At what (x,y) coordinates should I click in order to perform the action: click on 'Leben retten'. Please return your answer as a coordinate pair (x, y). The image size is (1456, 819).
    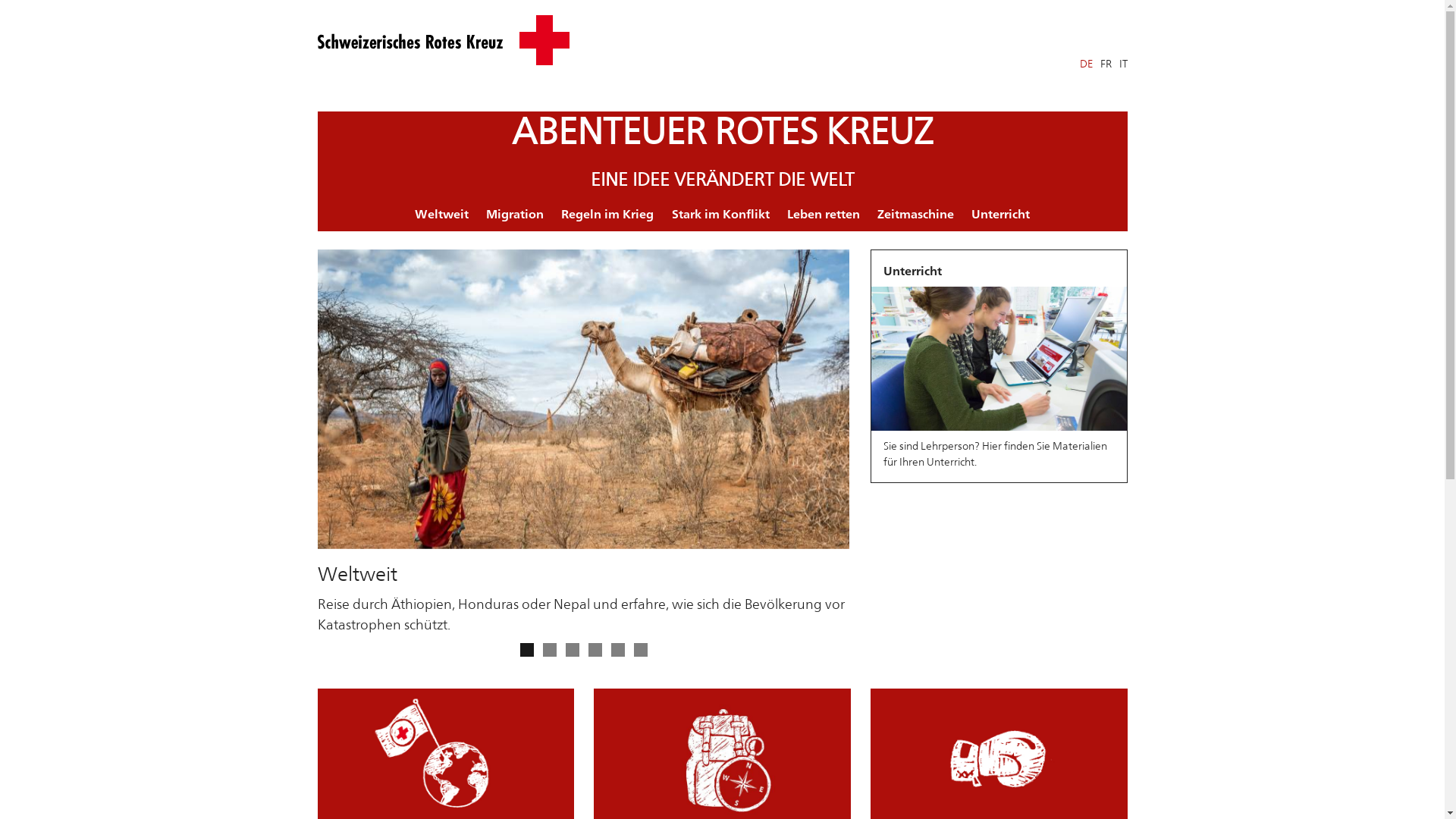
    Looking at the image, I should click on (822, 215).